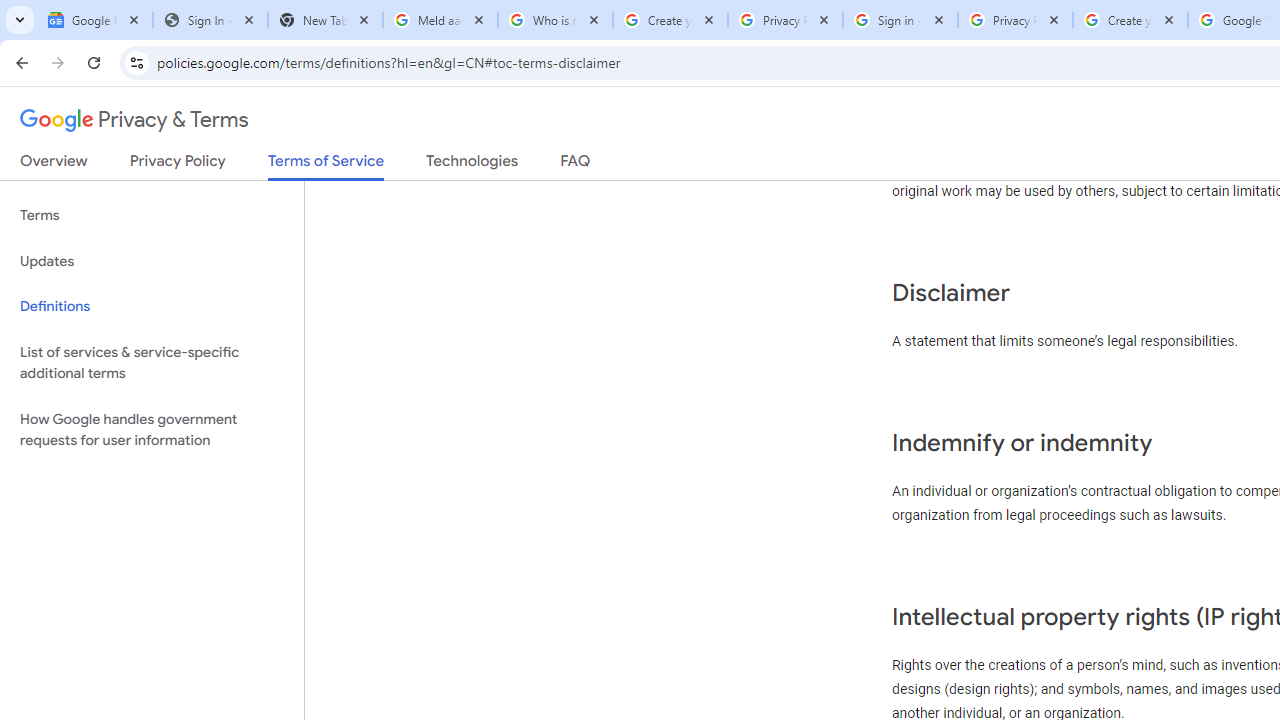 This screenshot has height=720, width=1280. I want to click on 'New Tab', so click(325, 20).